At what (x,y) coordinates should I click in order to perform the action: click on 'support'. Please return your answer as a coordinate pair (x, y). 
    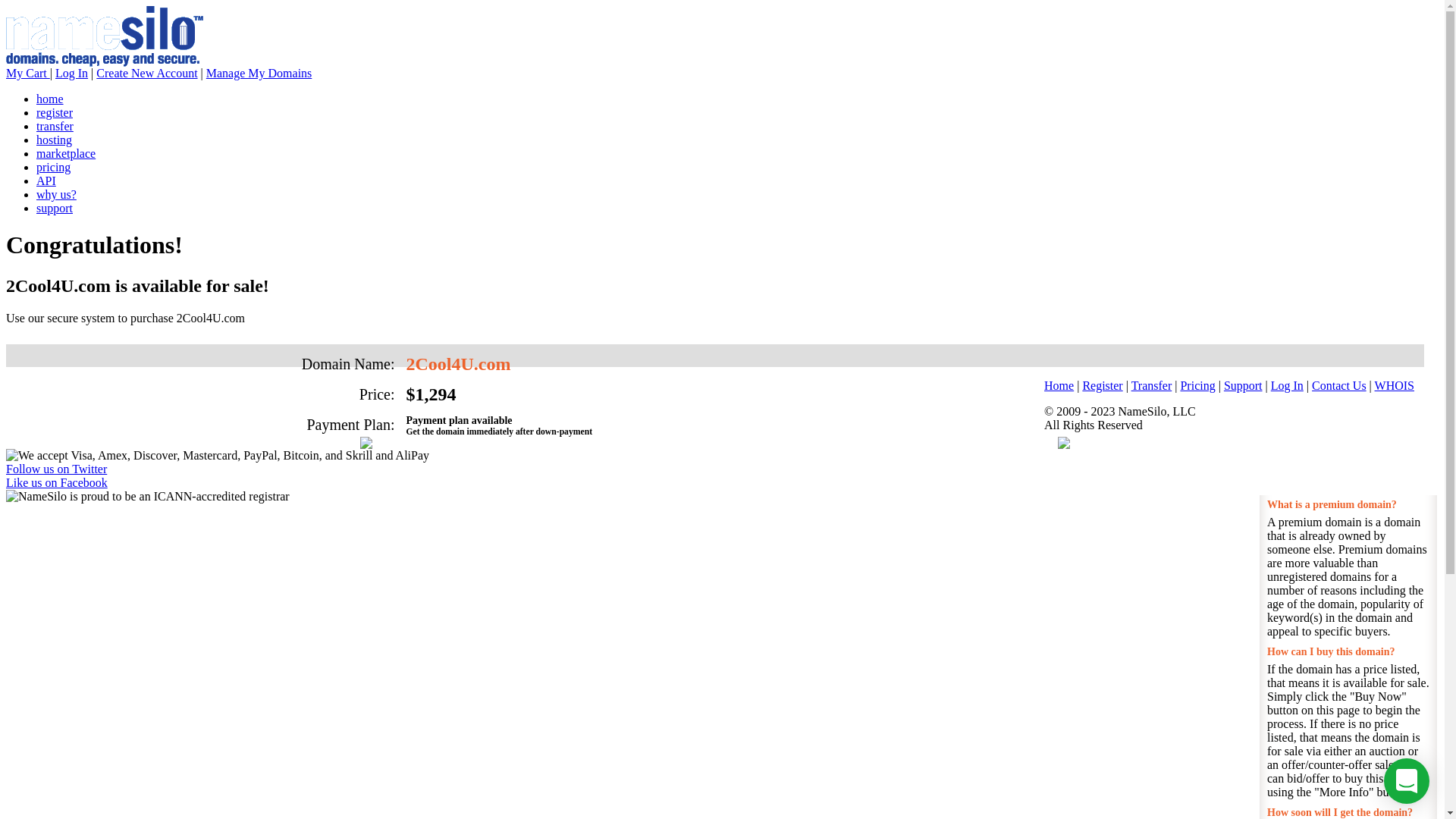
    Looking at the image, I should click on (55, 208).